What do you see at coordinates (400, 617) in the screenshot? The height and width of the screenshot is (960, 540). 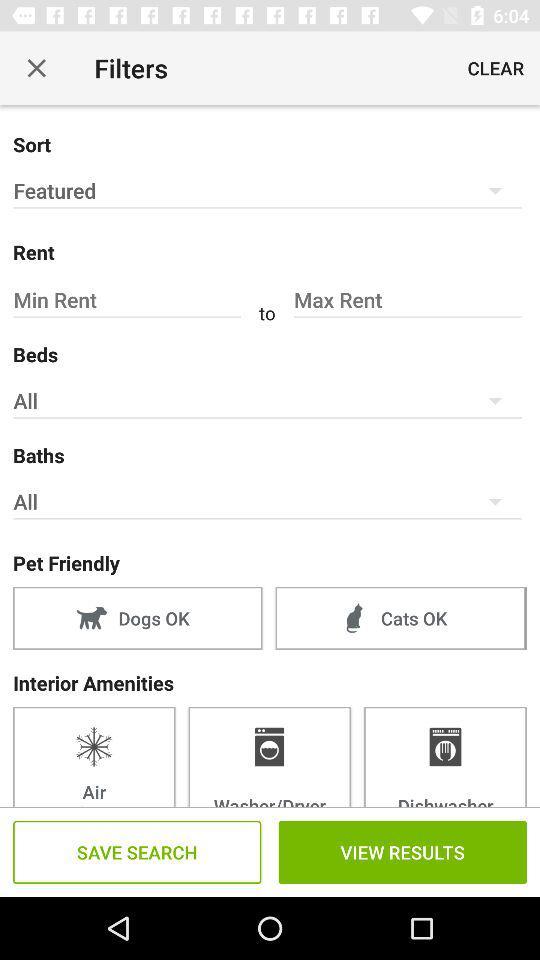 I see `the item above the interior amenities icon` at bounding box center [400, 617].